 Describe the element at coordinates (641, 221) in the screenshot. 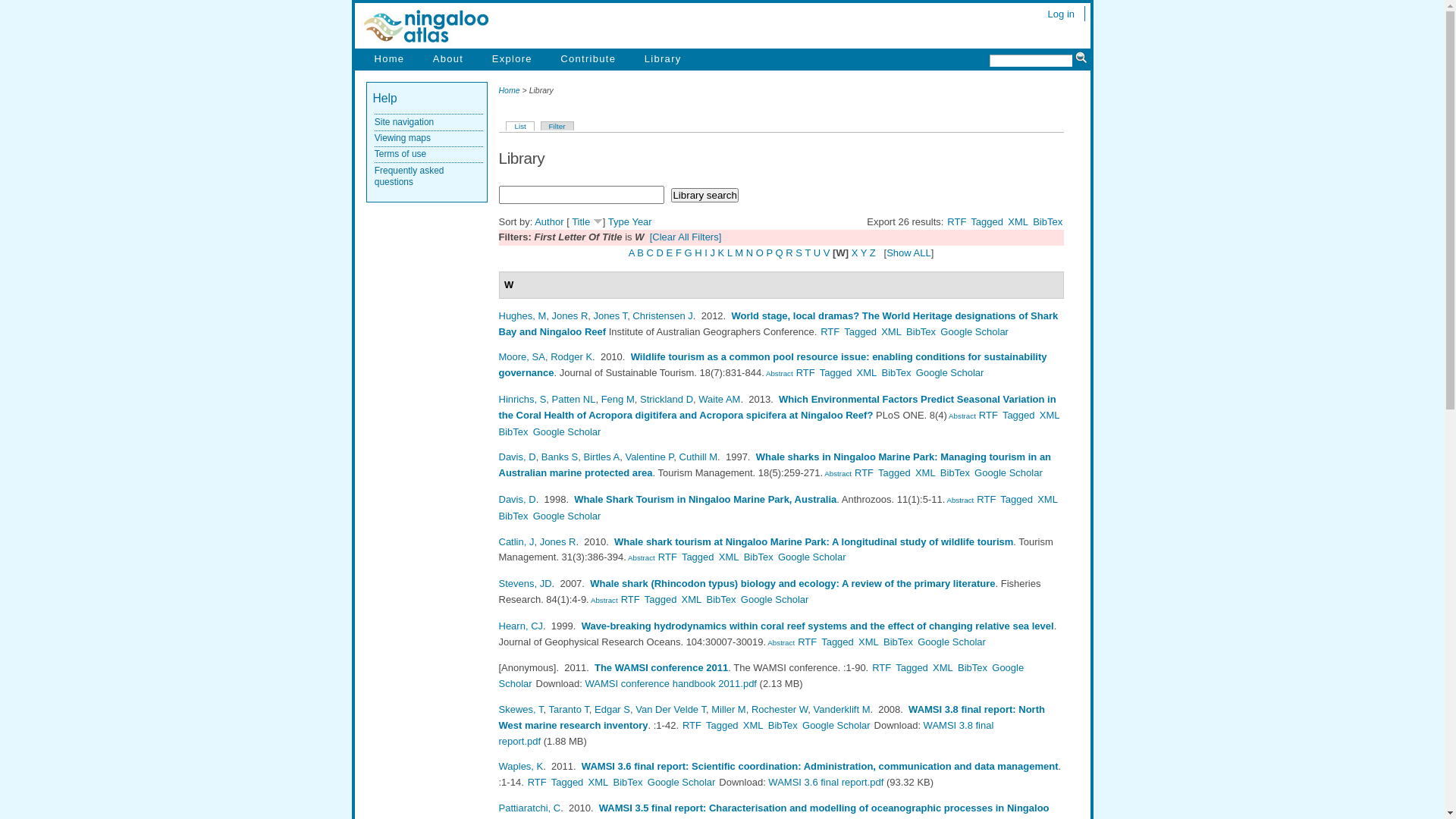

I see `'Year'` at that location.